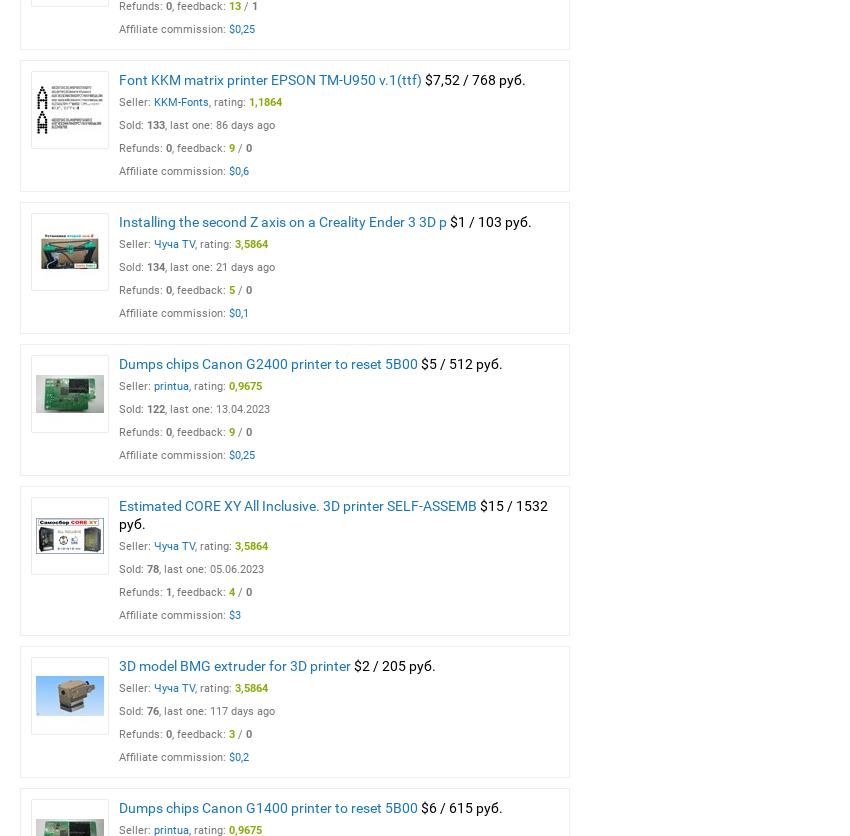  I want to click on ', last one: 86 days ago', so click(219, 124).